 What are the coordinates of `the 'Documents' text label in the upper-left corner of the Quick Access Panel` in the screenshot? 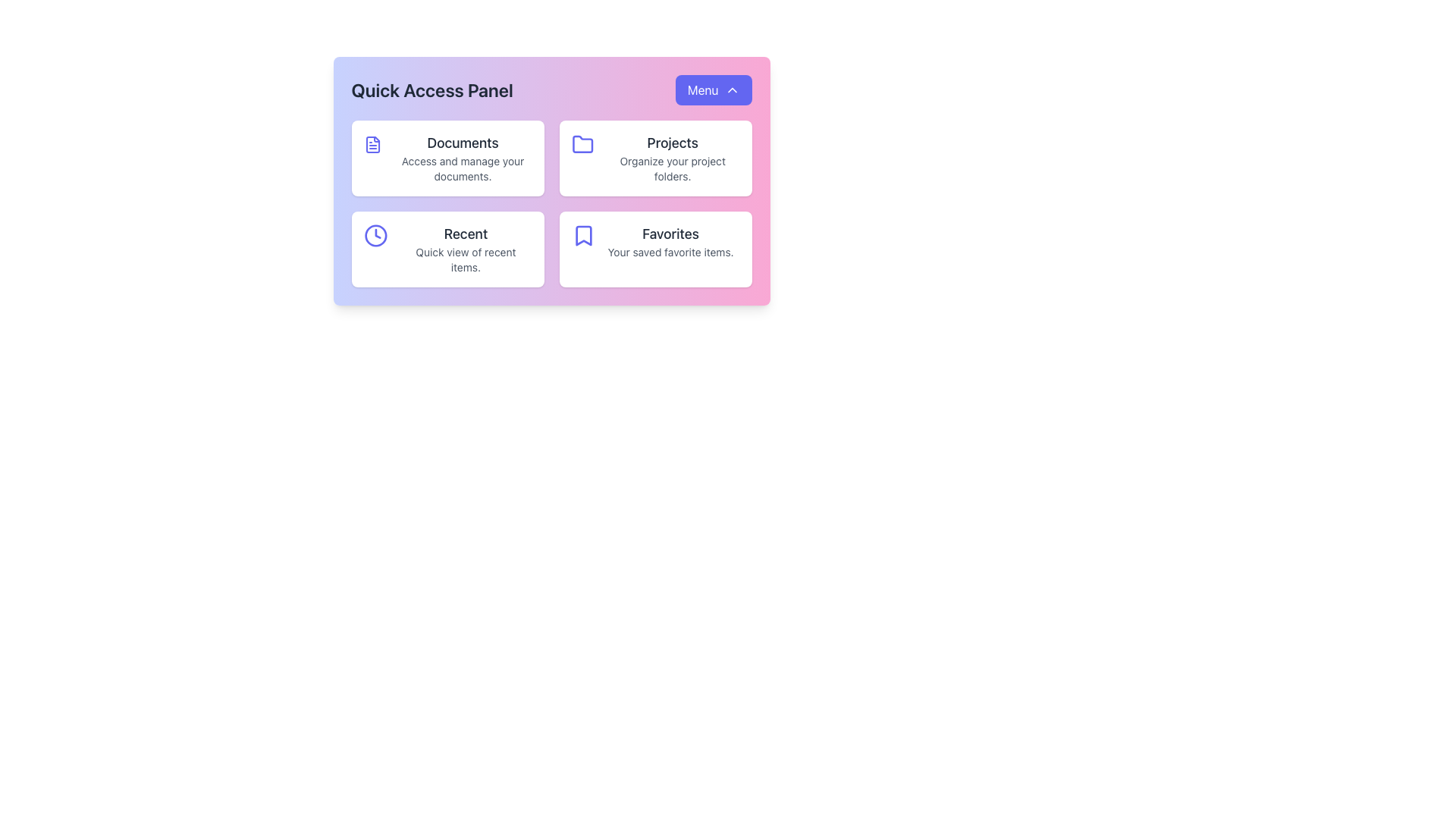 It's located at (462, 158).